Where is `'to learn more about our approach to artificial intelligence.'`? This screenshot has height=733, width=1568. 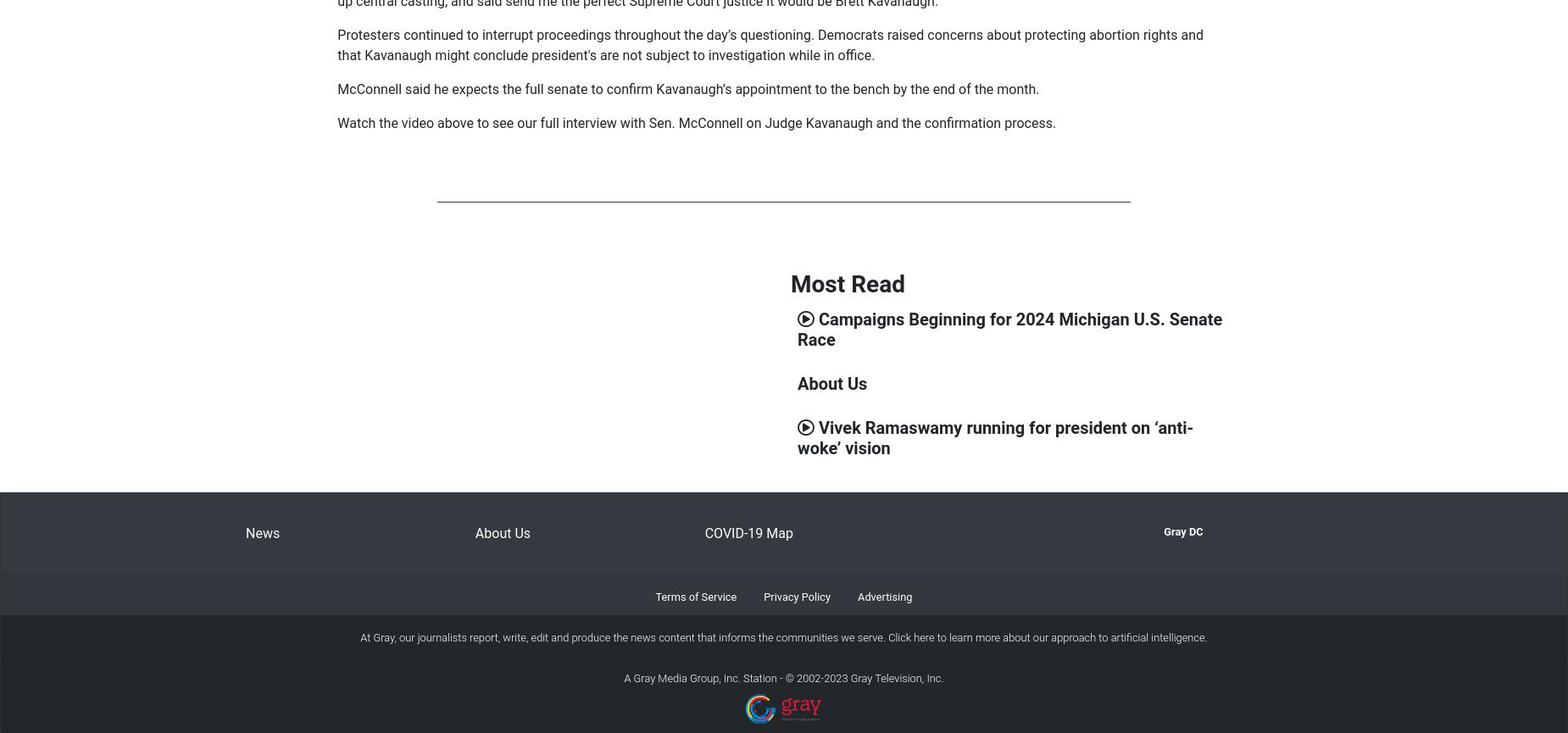
'to learn more about our approach to artificial intelligence.' is located at coordinates (1069, 636).